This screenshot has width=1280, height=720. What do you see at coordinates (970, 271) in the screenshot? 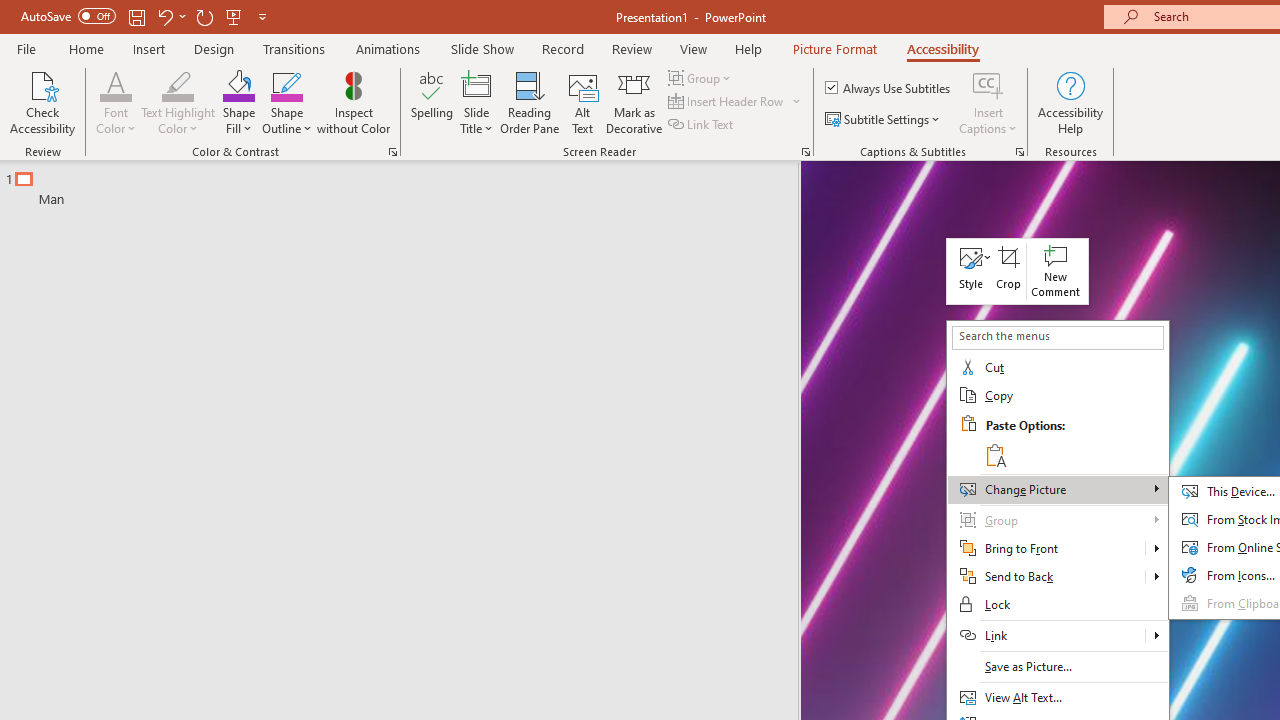
I see `'Style'` at bounding box center [970, 271].